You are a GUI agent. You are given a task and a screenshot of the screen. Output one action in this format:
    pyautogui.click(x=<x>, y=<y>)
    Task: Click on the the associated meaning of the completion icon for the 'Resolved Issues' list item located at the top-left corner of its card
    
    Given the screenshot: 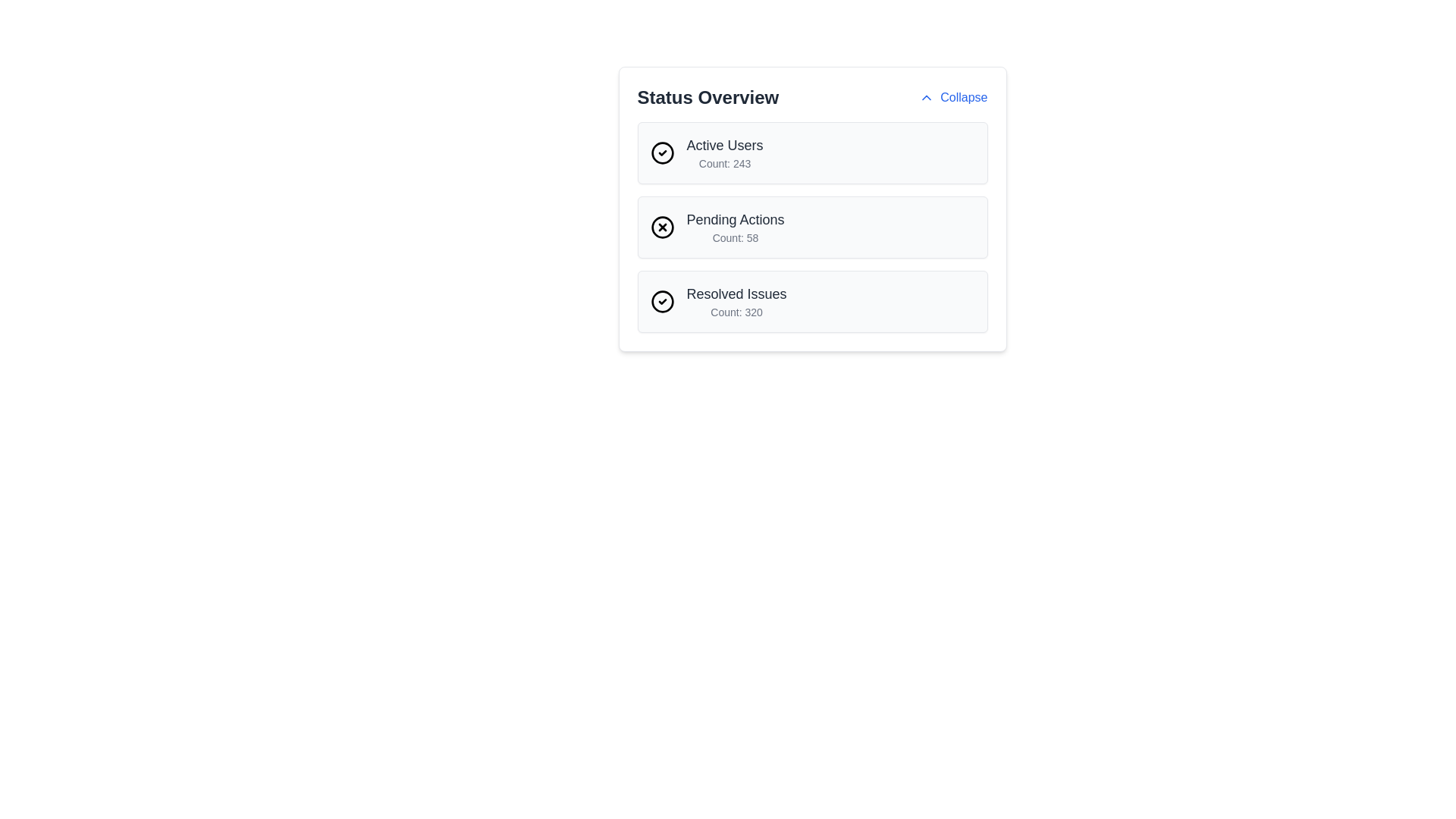 What is the action you would take?
    pyautogui.click(x=662, y=301)
    